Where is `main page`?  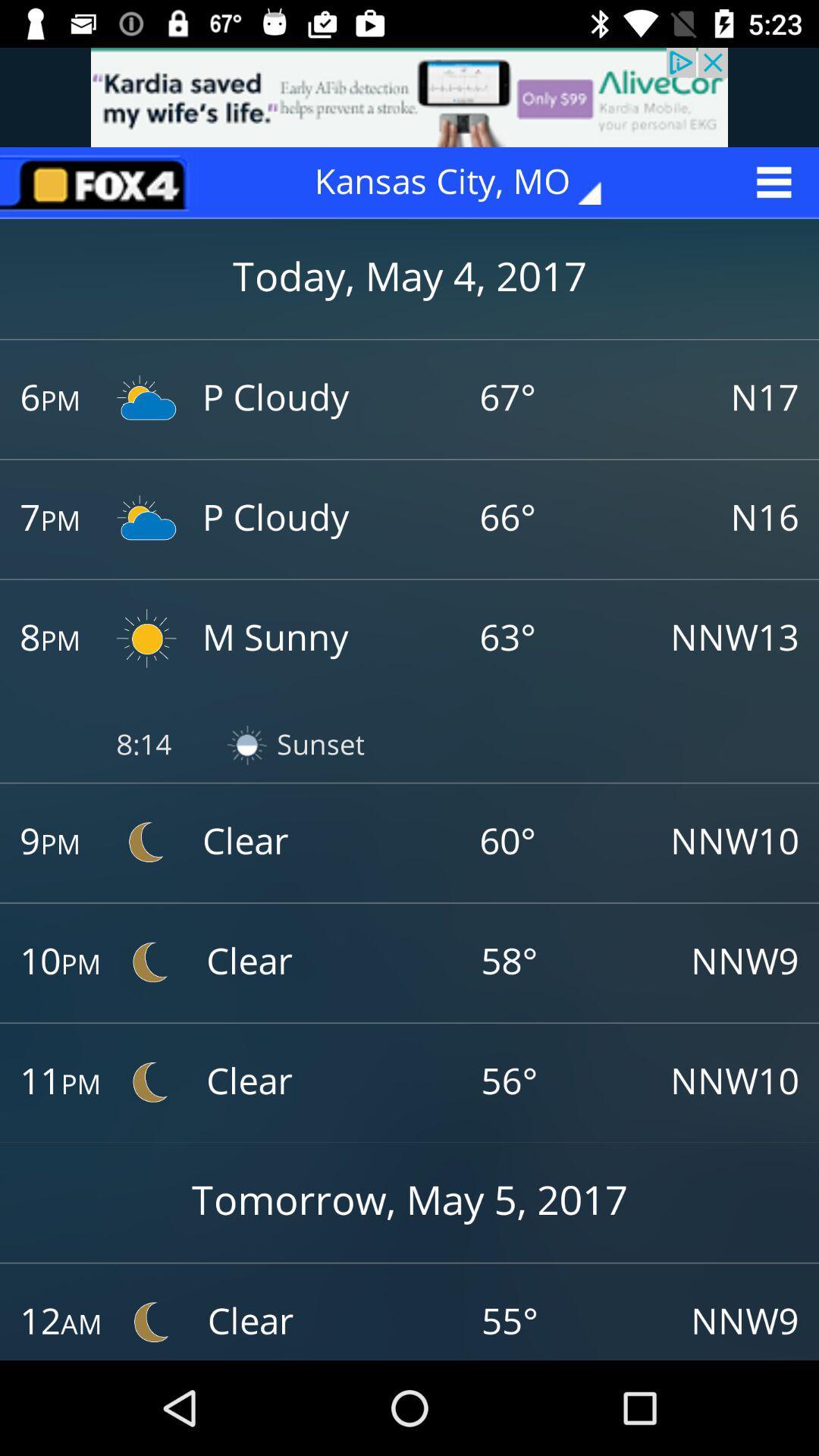 main page is located at coordinates (99, 182).